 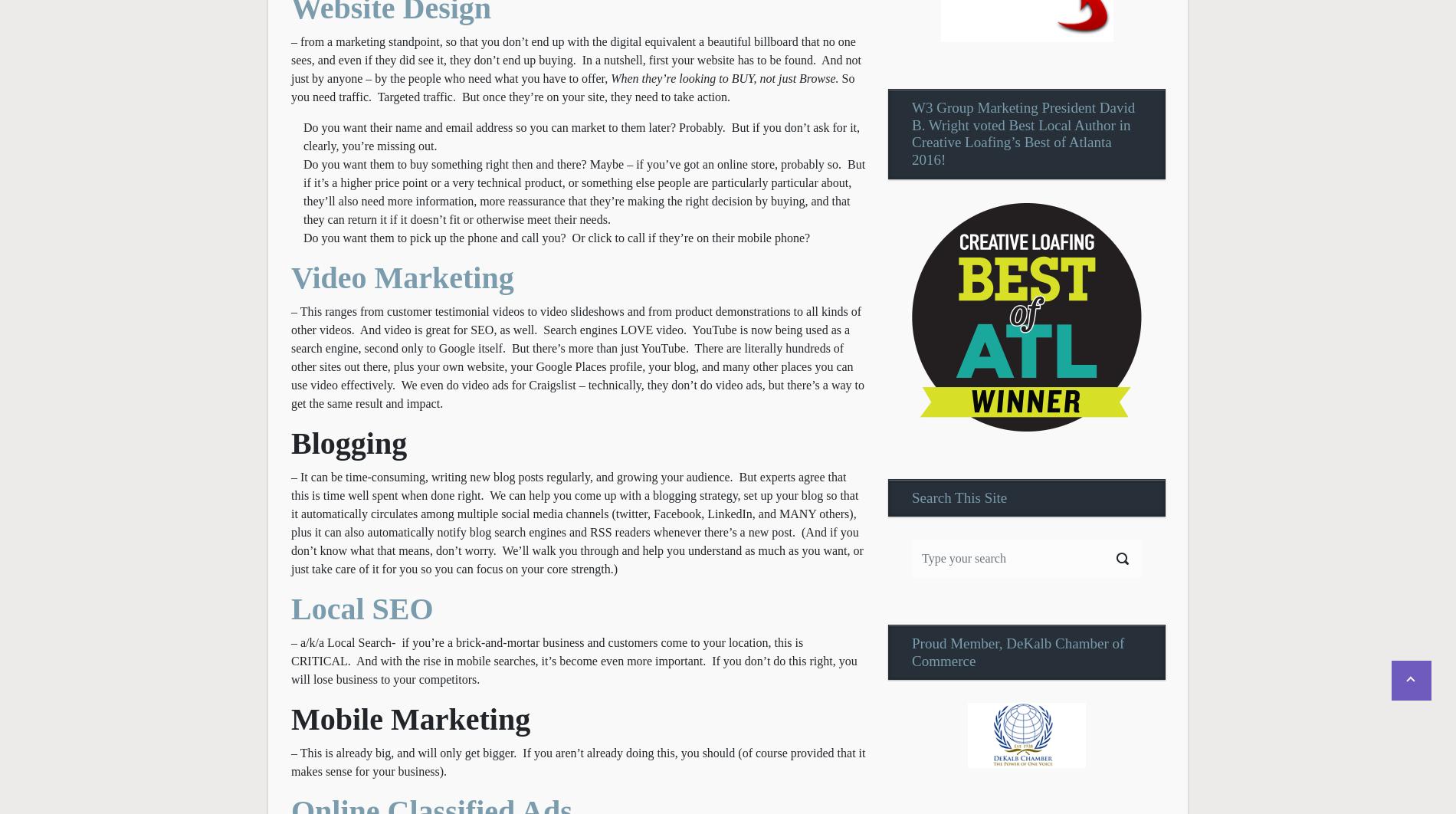 What do you see at coordinates (910, 651) in the screenshot?
I see `'Proud Member, DeKalb Chamber of Commerce'` at bounding box center [910, 651].